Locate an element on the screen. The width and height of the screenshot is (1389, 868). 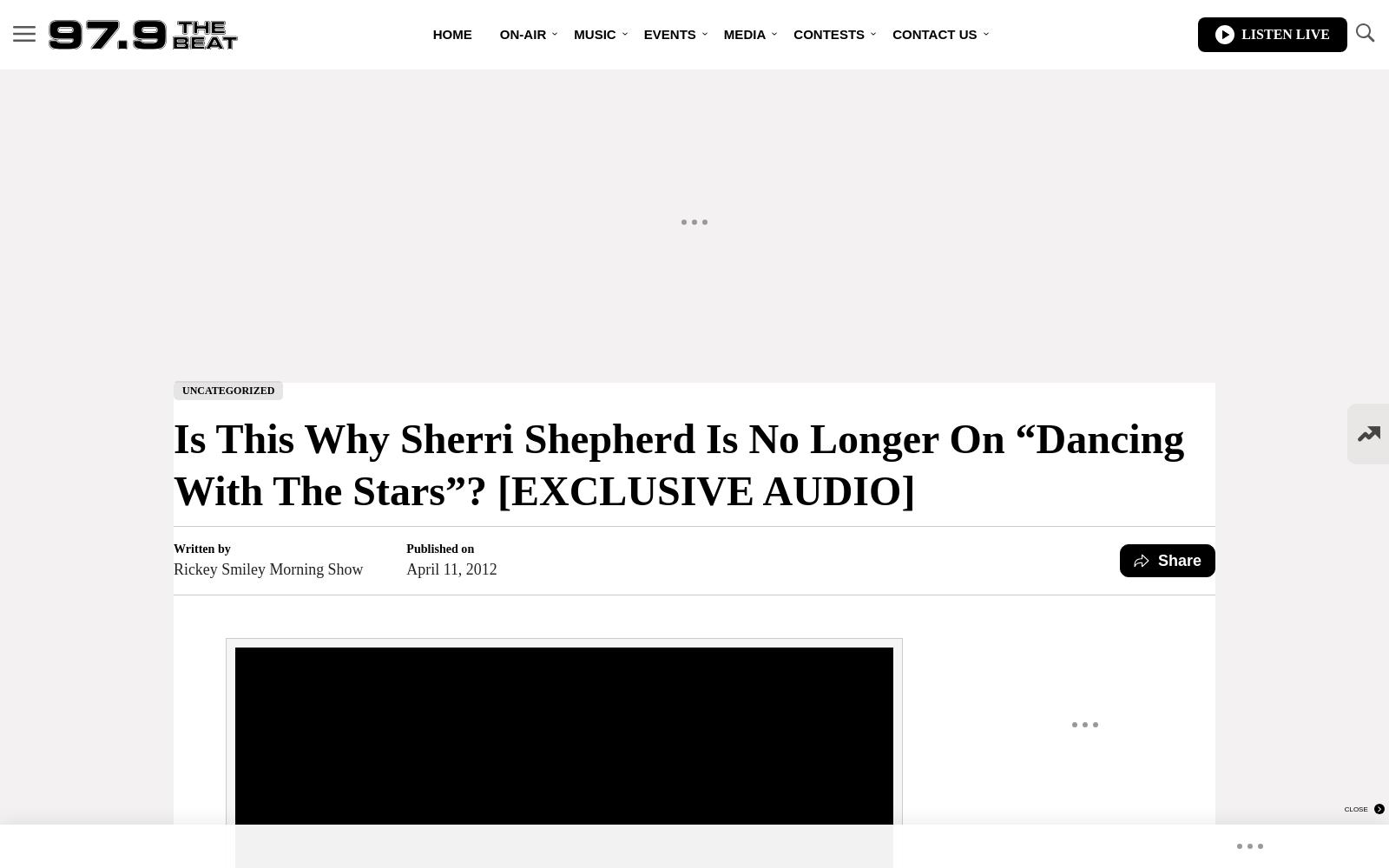
'Music Playlist' is located at coordinates (606, 104).